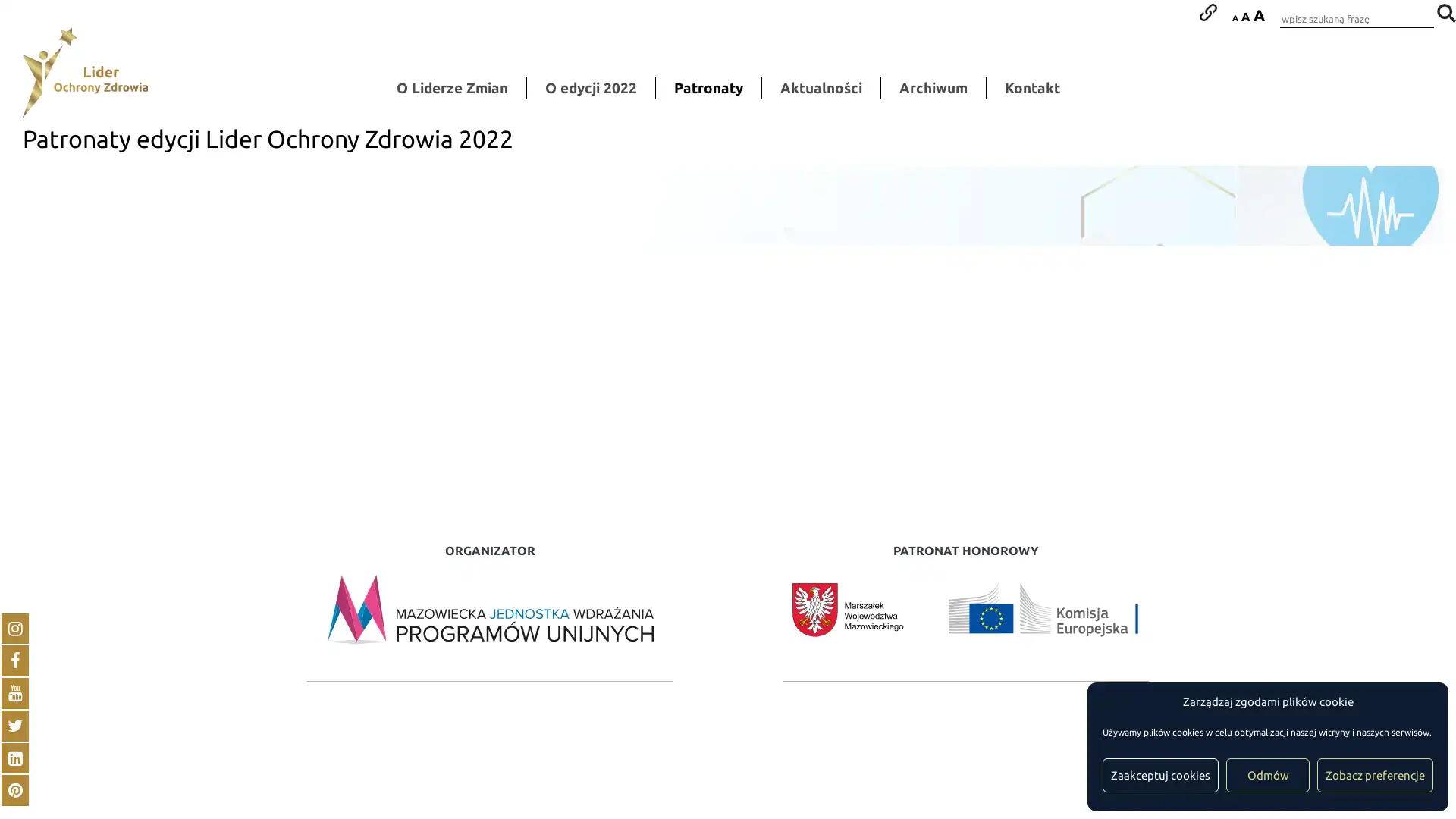 The width and height of the screenshot is (1456, 819). What do you see at coordinates (1375, 775) in the screenshot?
I see `Zobacz preferencje` at bounding box center [1375, 775].